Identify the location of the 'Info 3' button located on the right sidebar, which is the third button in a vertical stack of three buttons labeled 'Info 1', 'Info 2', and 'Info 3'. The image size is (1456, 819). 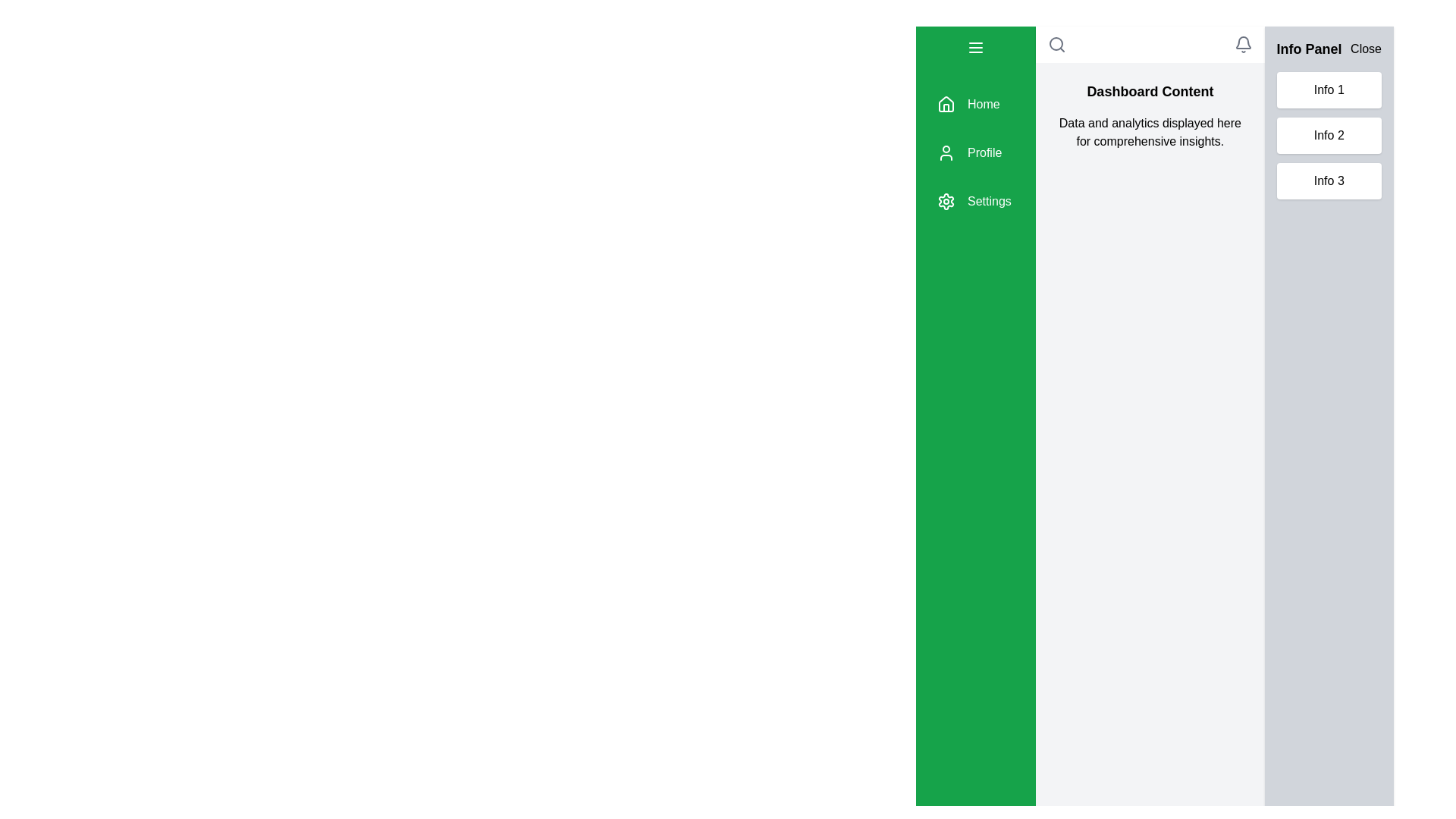
(1328, 180).